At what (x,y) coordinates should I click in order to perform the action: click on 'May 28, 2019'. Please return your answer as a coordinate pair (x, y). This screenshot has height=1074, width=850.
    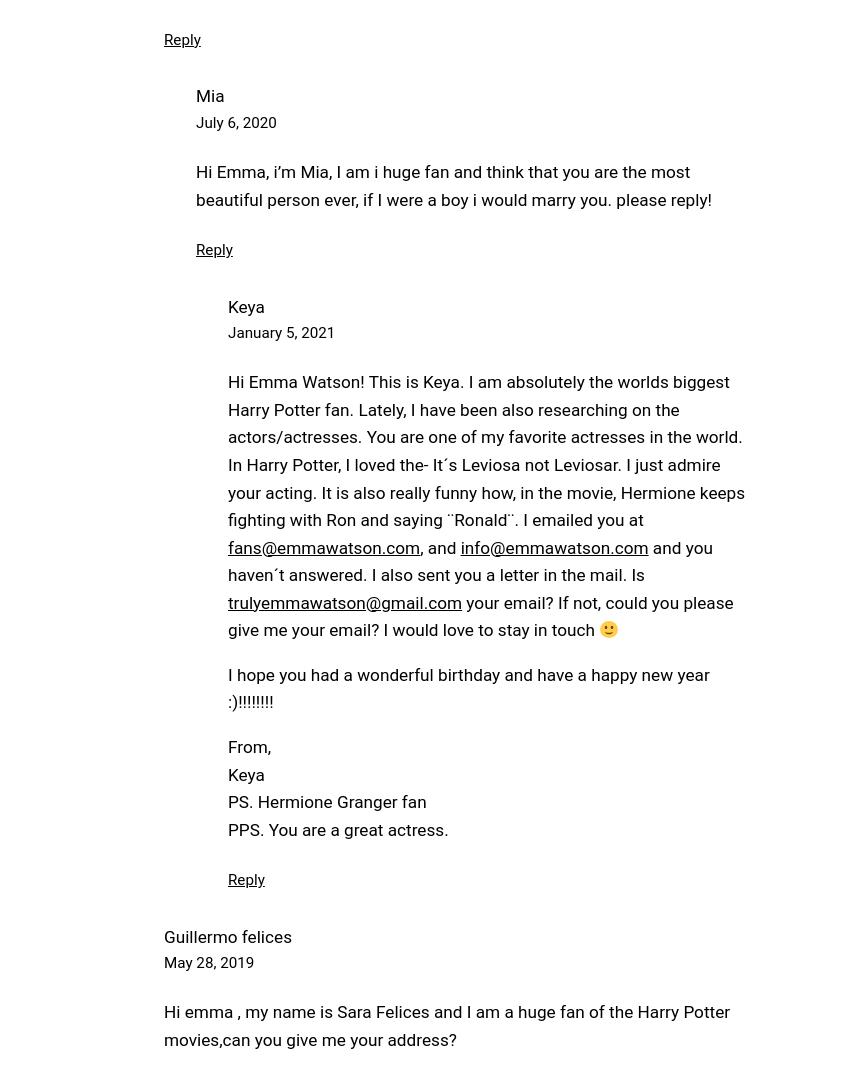
    Looking at the image, I should click on (208, 962).